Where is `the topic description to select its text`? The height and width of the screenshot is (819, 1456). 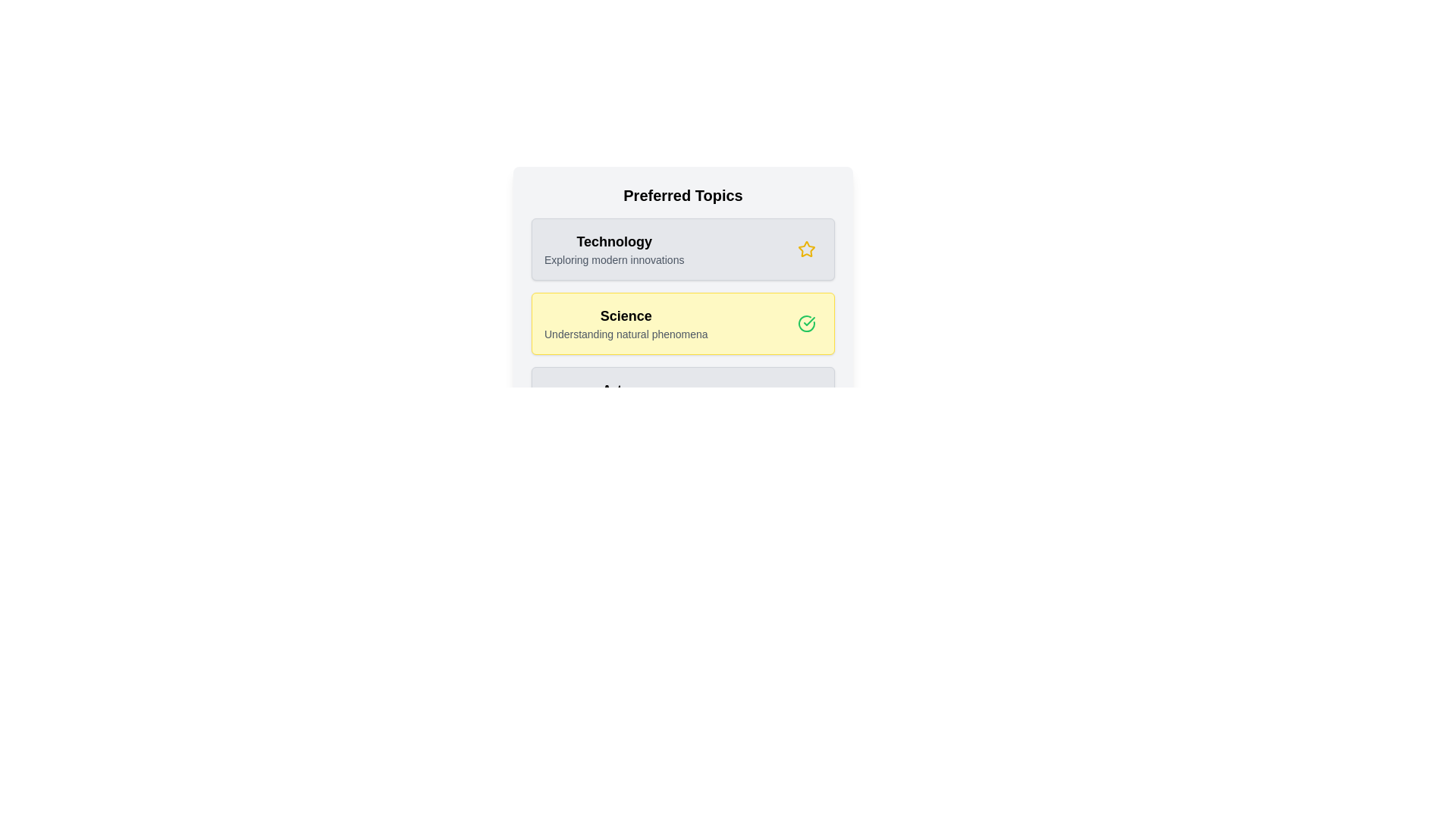
the topic description to select its text is located at coordinates (614, 259).